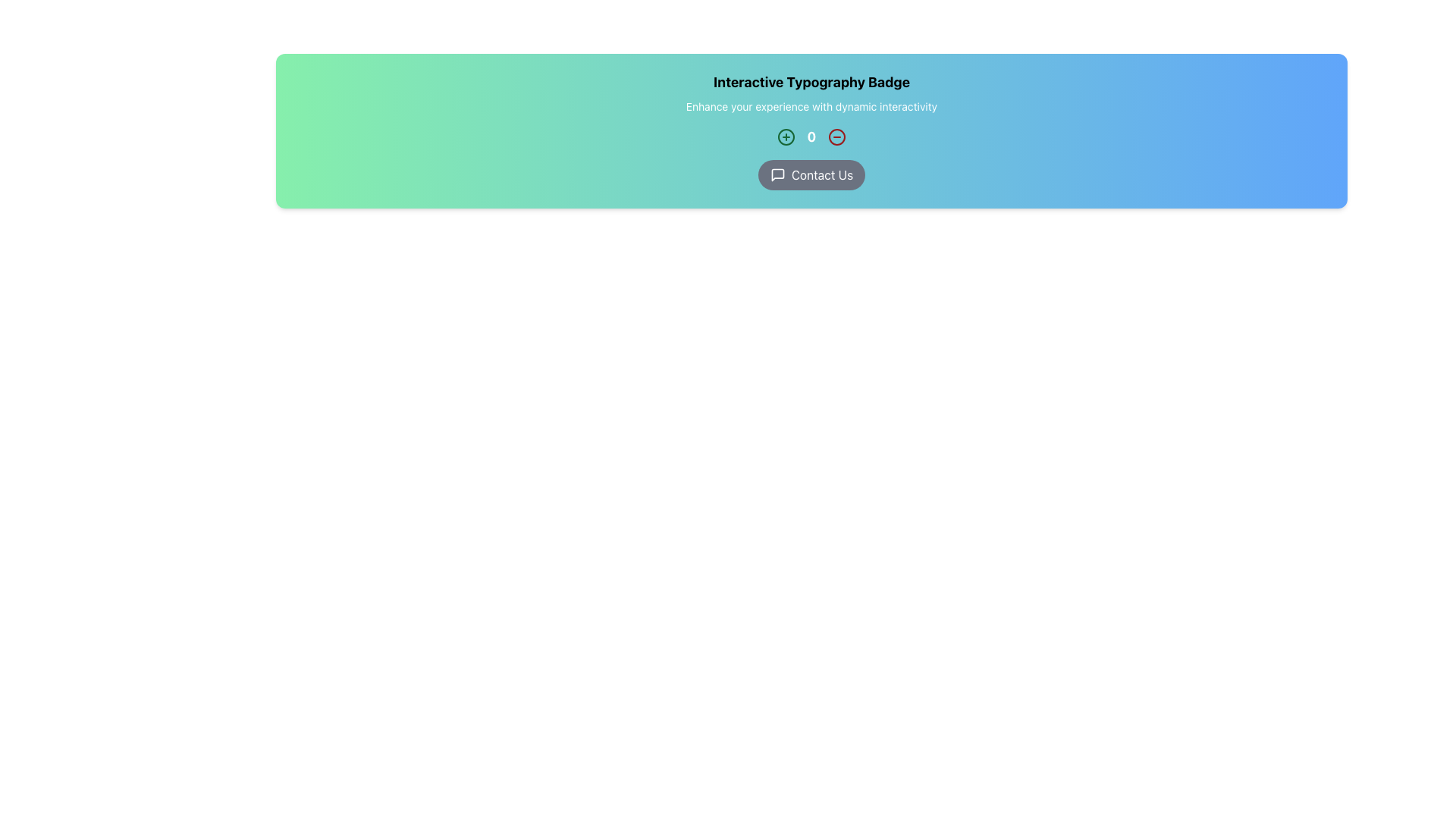  I want to click on the circular '+' icon in the interactive typography badge, which is the first in a row of three icons, suggesting an addition action, so click(786, 137).